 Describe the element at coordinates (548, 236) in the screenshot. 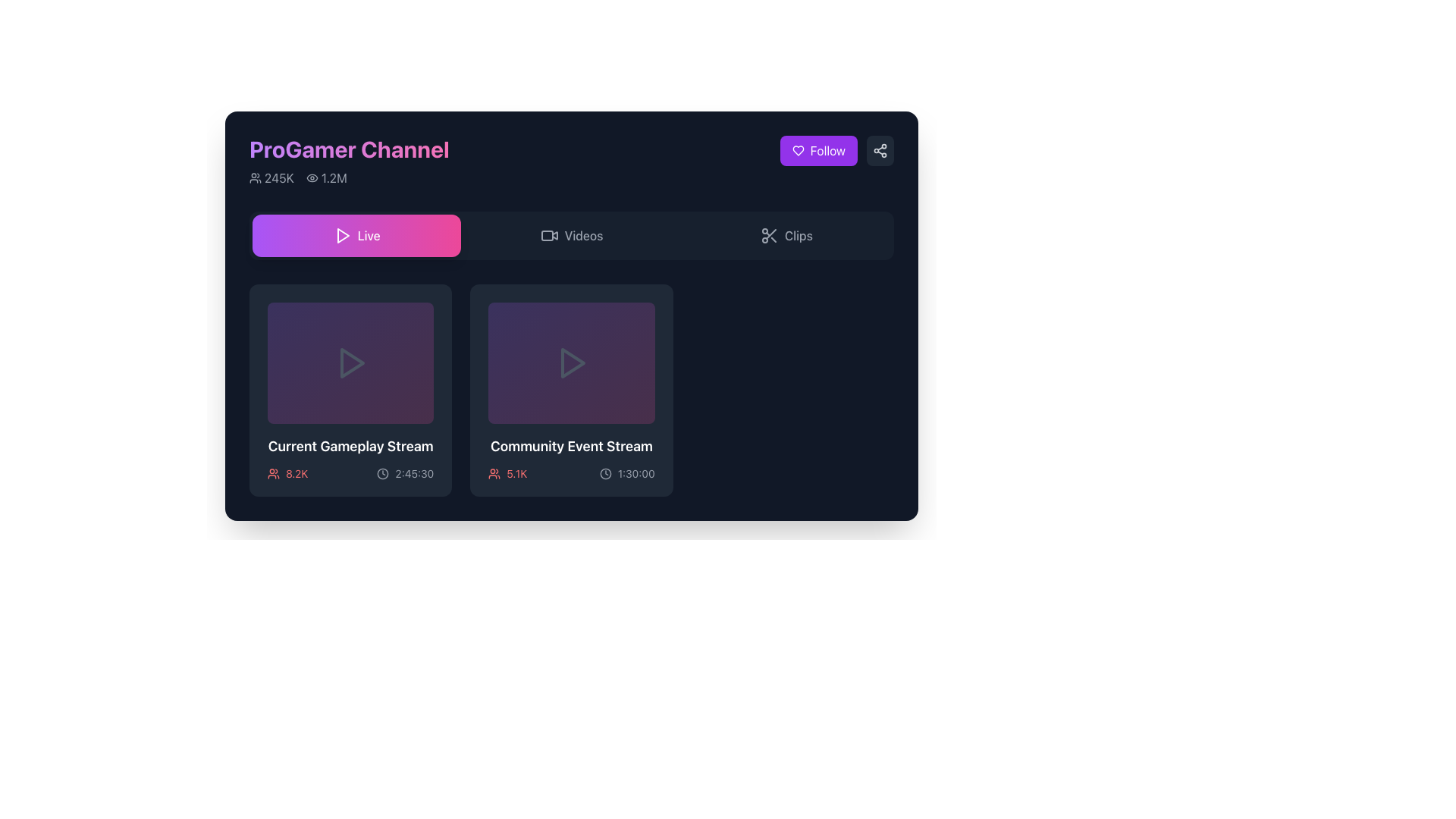

I see `the 'Videos' icon located in the navigation menu, which serves as a visual cue for the 'Videos' section` at that location.